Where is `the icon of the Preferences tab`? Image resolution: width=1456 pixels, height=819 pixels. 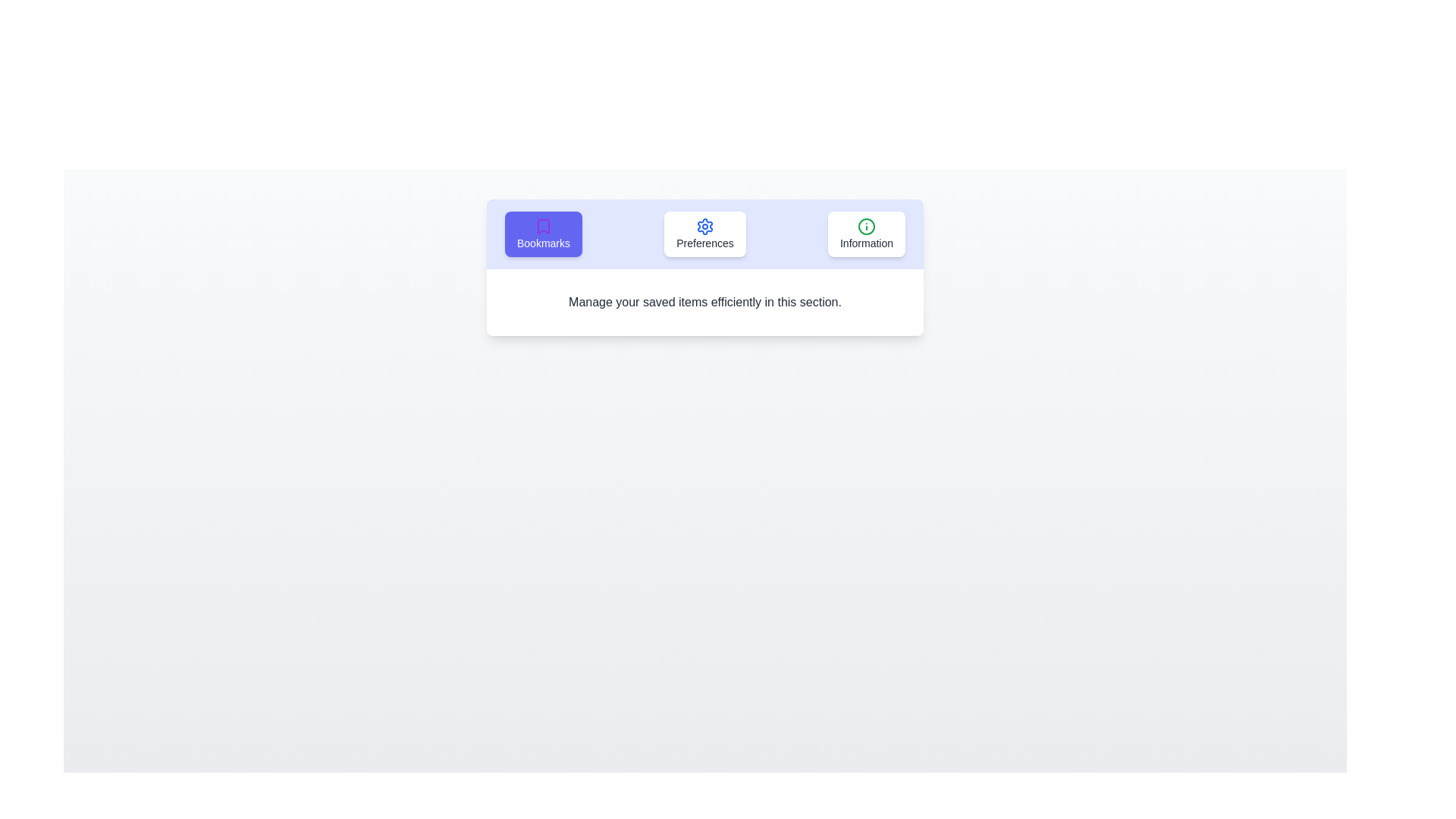 the icon of the Preferences tab is located at coordinates (704, 227).